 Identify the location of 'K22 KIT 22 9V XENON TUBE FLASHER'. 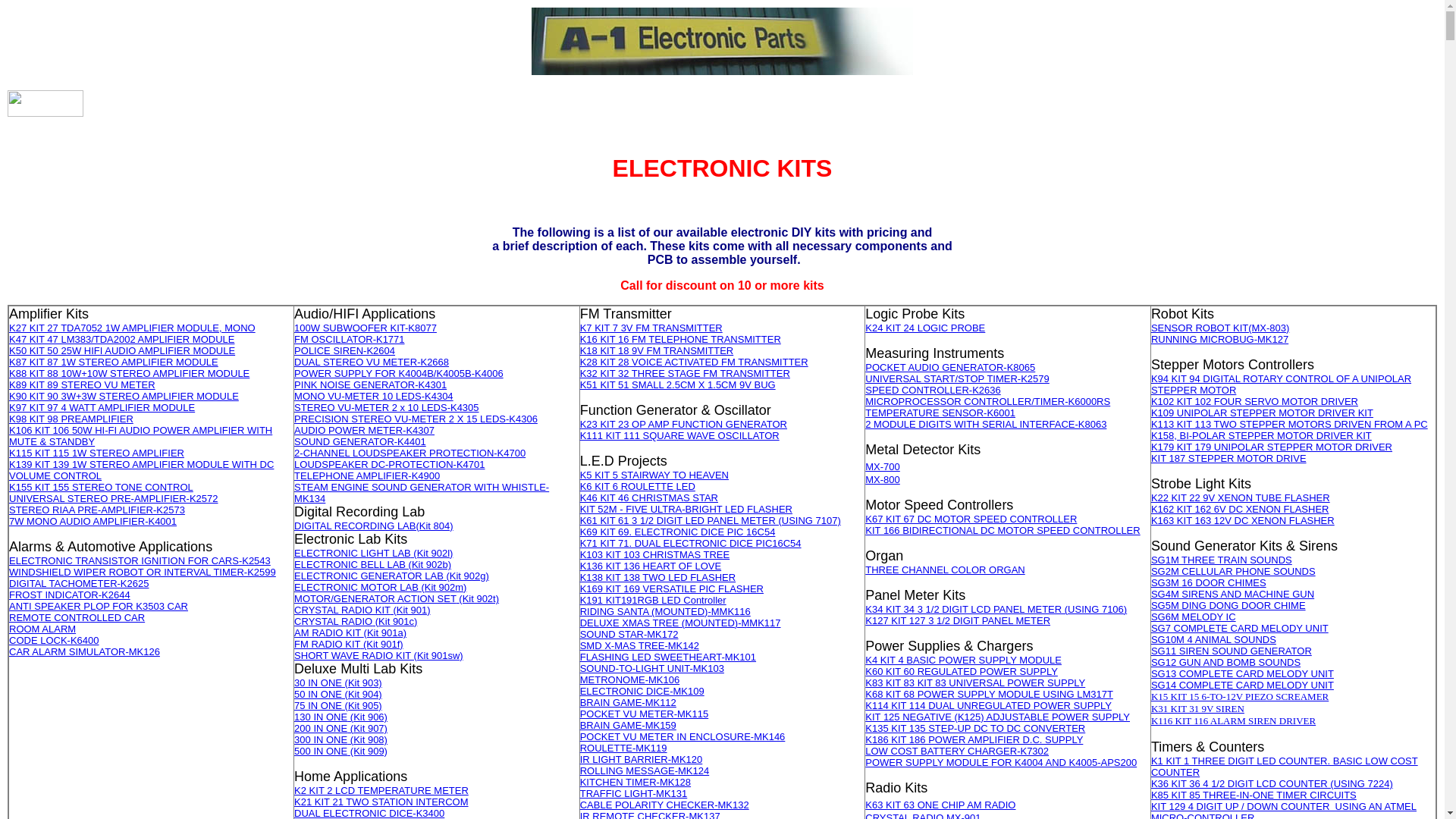
(1241, 497).